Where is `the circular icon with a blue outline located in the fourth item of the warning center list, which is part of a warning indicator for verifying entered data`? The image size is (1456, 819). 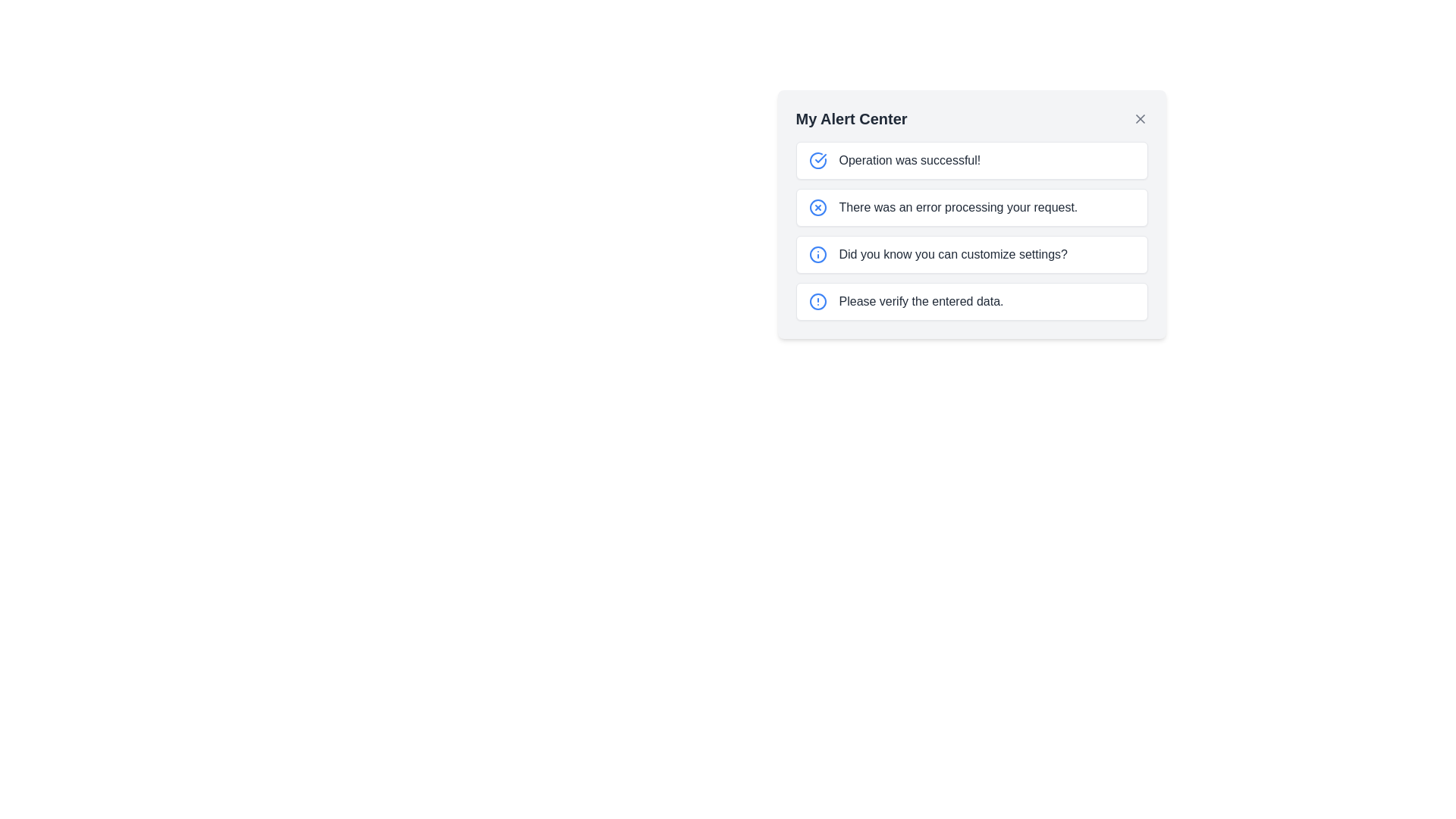 the circular icon with a blue outline located in the fourth item of the warning center list, which is part of a warning indicator for verifying entered data is located at coordinates (817, 301).